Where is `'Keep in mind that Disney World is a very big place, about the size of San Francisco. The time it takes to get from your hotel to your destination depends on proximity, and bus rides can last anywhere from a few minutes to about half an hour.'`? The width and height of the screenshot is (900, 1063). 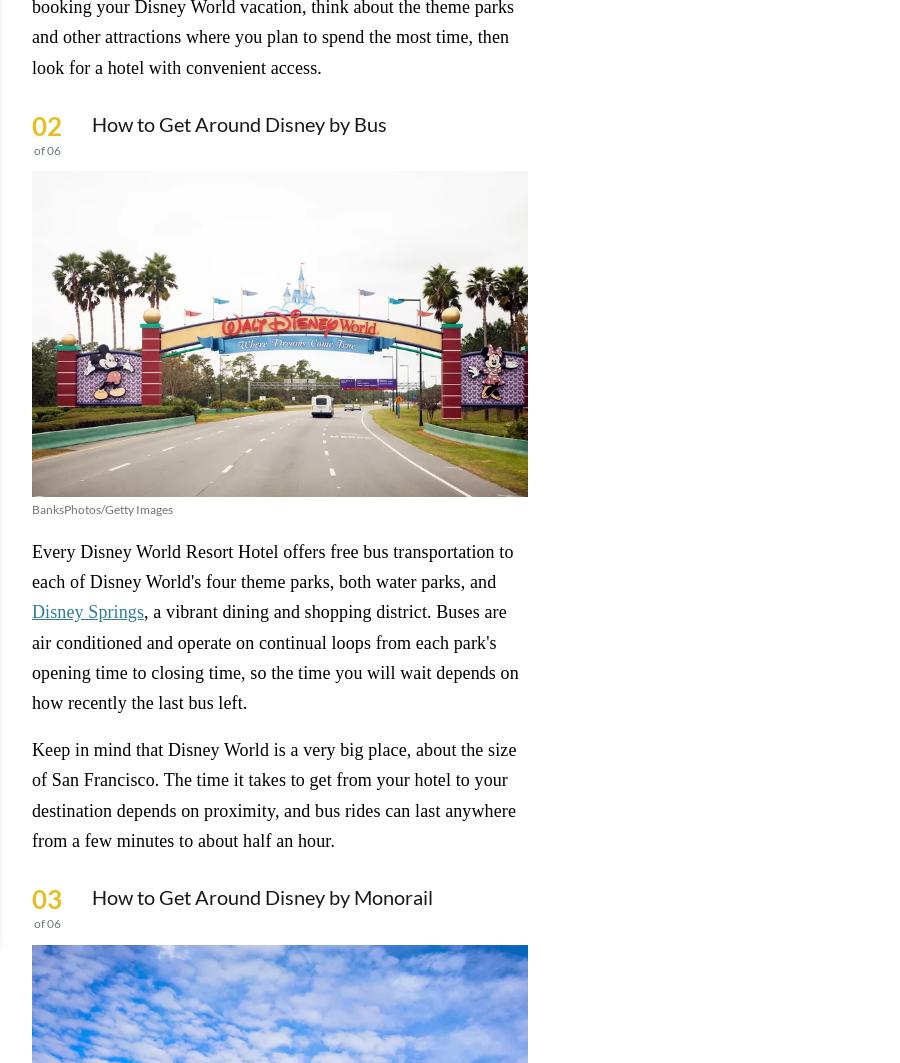
'Keep in mind that Disney World is a very big place, about the size of San Francisco. The time it takes to get from your hotel to your destination depends on proximity, and bus rides can last anywhere from a few minutes to about half an hour.' is located at coordinates (272, 793).